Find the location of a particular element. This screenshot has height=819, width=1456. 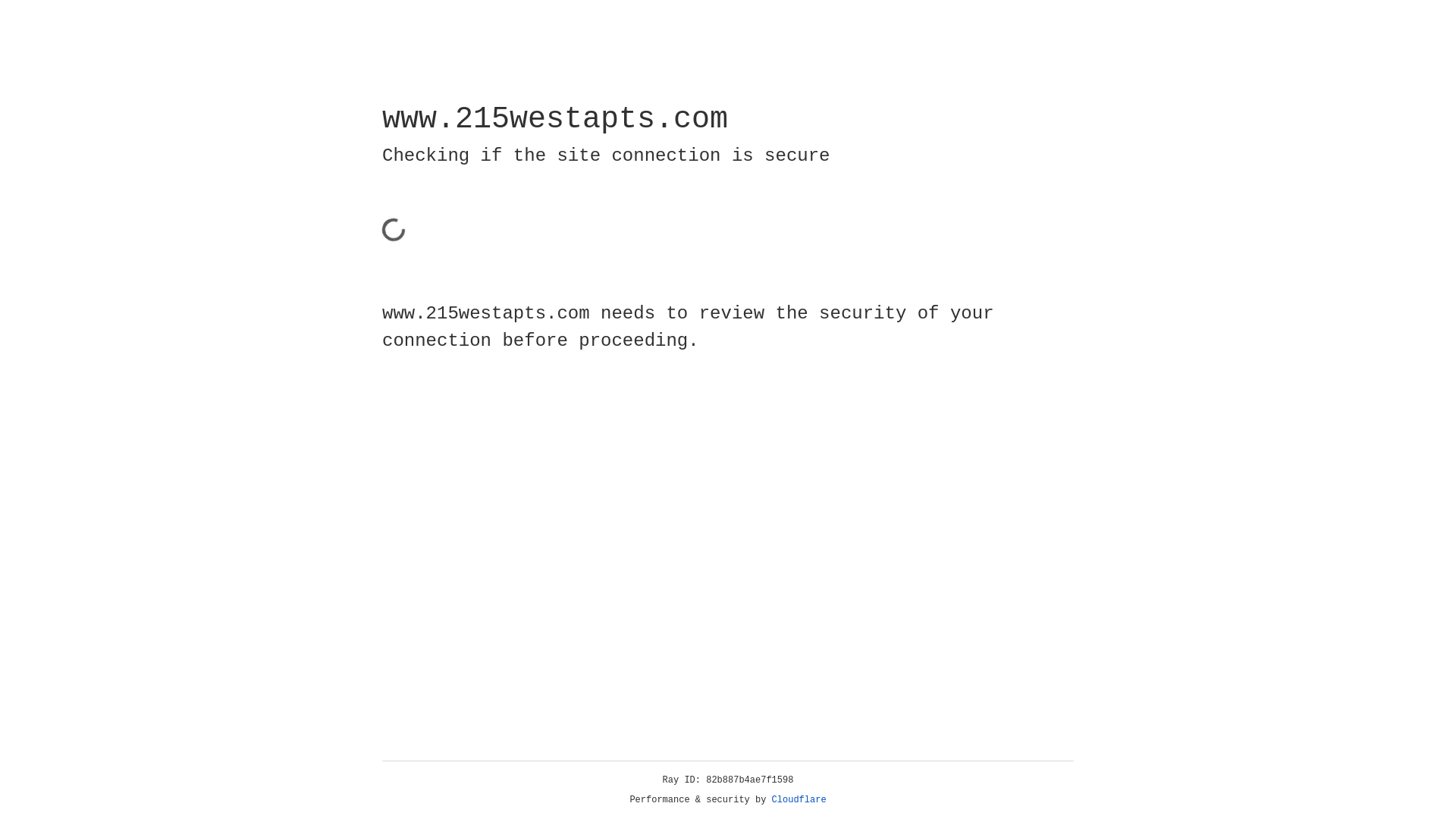

'Cloudflare' is located at coordinates (799, 799).